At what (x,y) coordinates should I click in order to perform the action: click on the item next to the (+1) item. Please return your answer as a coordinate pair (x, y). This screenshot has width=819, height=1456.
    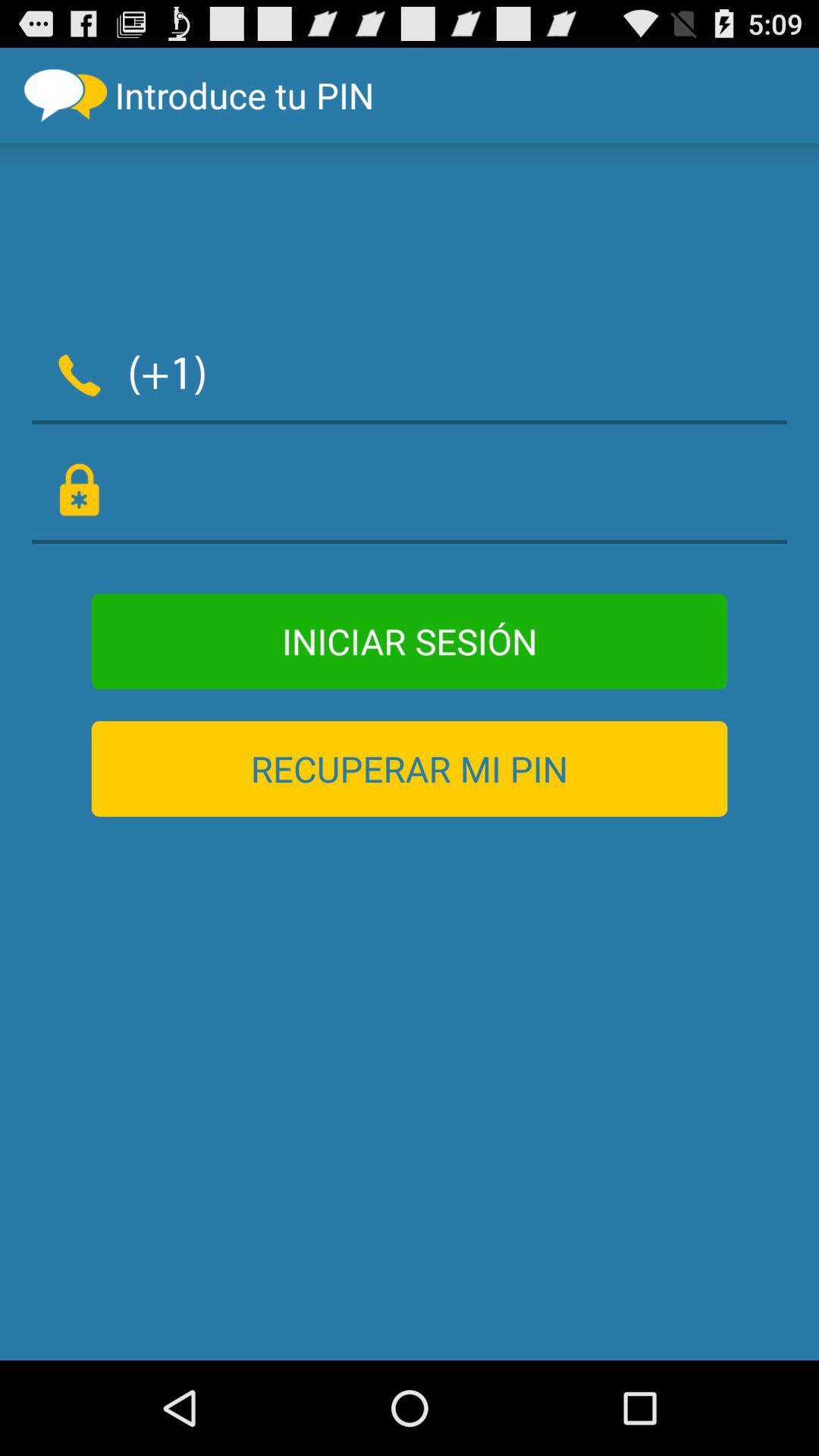
    Looking at the image, I should click on (507, 372).